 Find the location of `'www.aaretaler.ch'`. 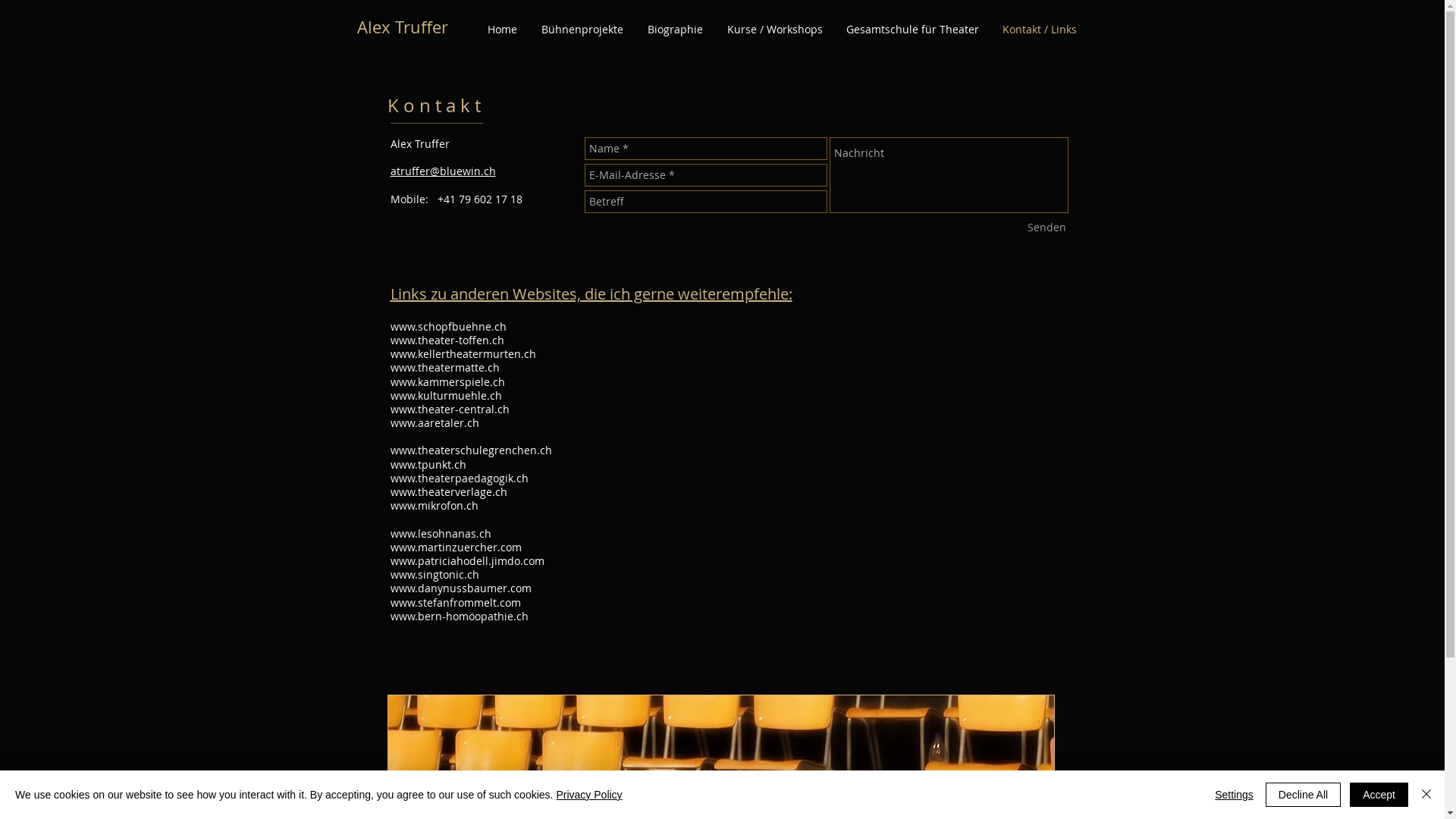

'www.aaretaler.ch' is located at coordinates (389, 422).